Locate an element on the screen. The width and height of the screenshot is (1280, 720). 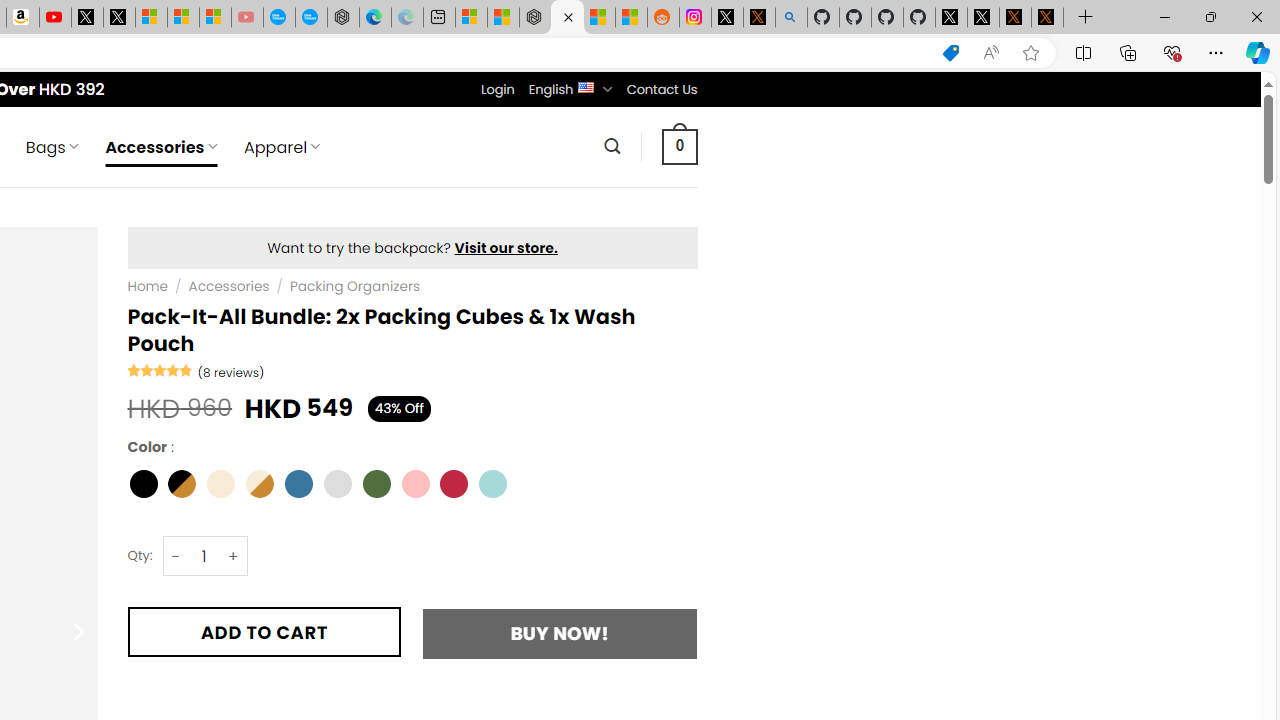
'Day 1: Arriving in Yemen (surreal to be here) - YouTube' is located at coordinates (55, 17).